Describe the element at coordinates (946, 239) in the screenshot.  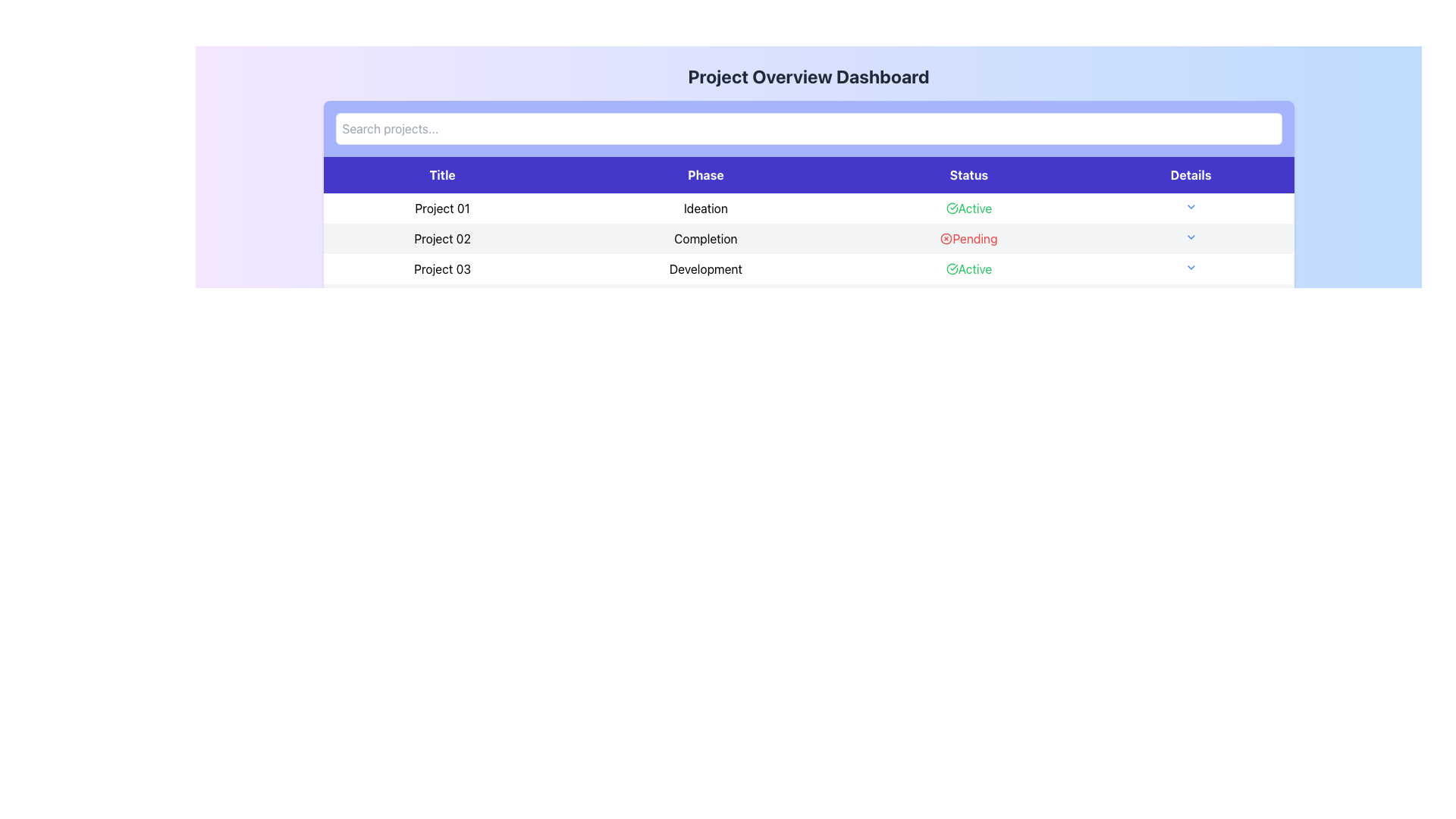
I see `the SVG Circle Element representing the status for 'Project 02', which is located in the Status column and appears before the text 'Pending'` at that location.